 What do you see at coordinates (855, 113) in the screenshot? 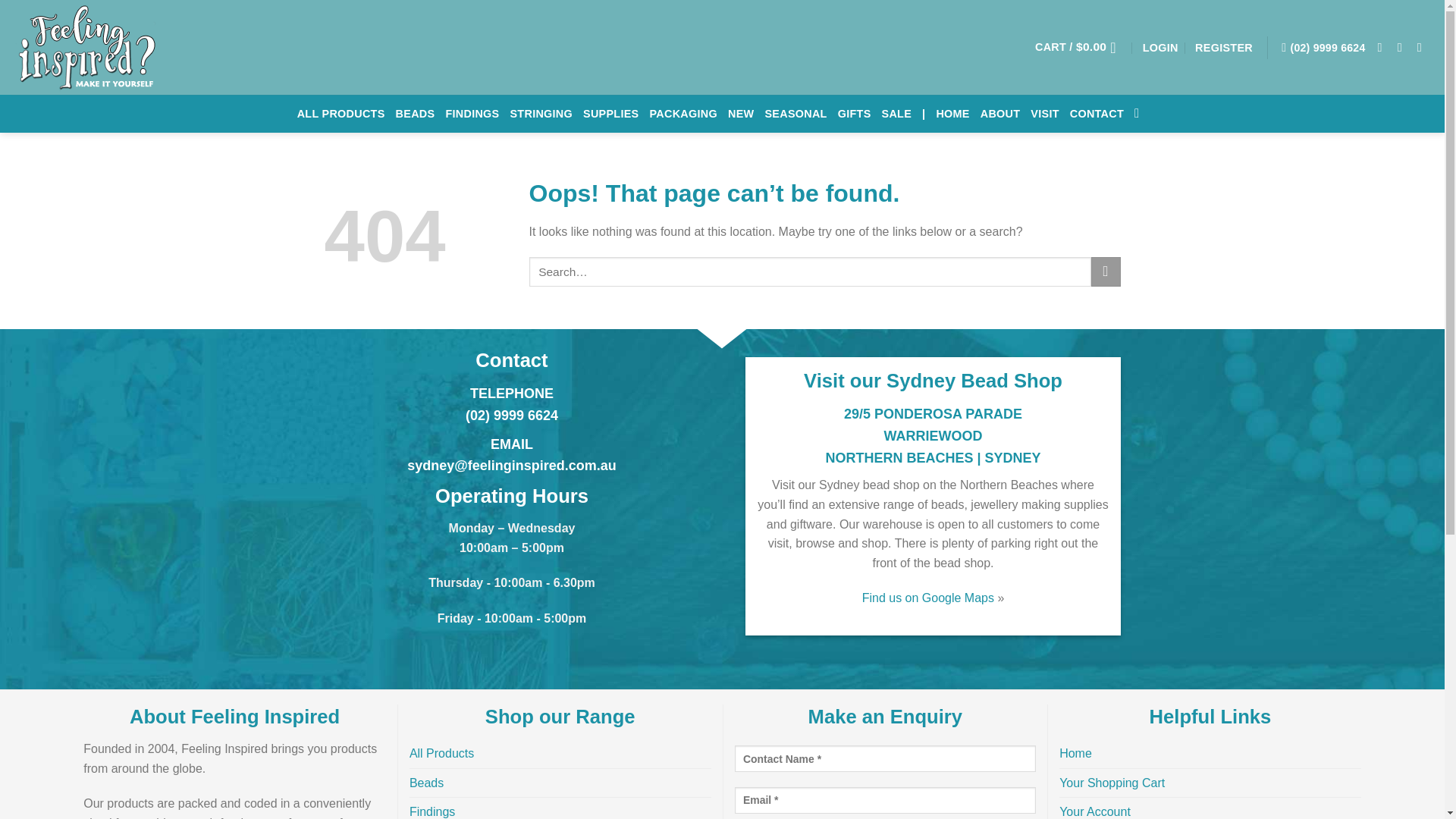
I see `'GIFTS'` at bounding box center [855, 113].